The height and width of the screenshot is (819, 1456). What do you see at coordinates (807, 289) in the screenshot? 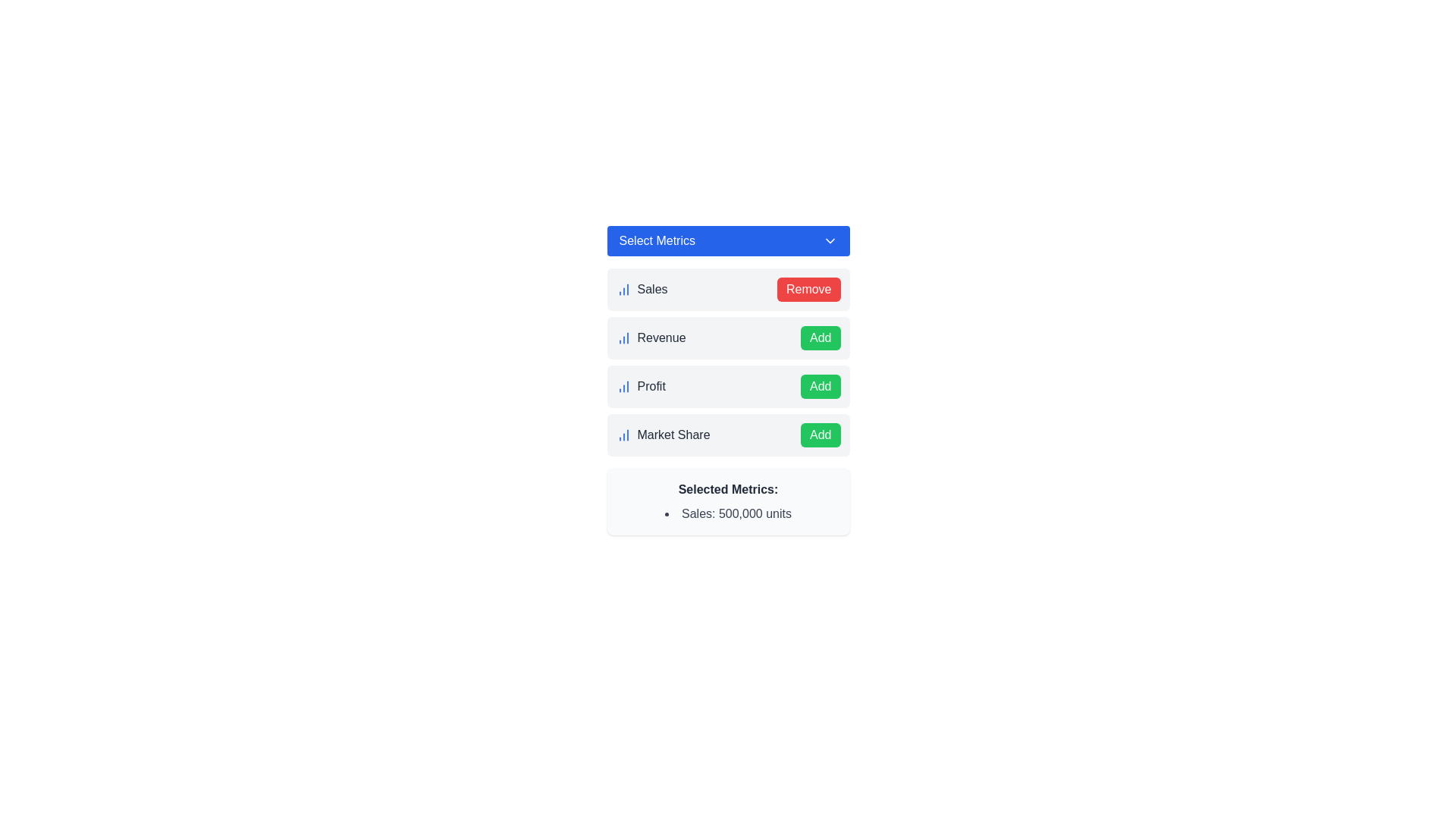
I see `the rectangular red button with white text that reads 'Remove' located next to 'Sales'` at bounding box center [807, 289].